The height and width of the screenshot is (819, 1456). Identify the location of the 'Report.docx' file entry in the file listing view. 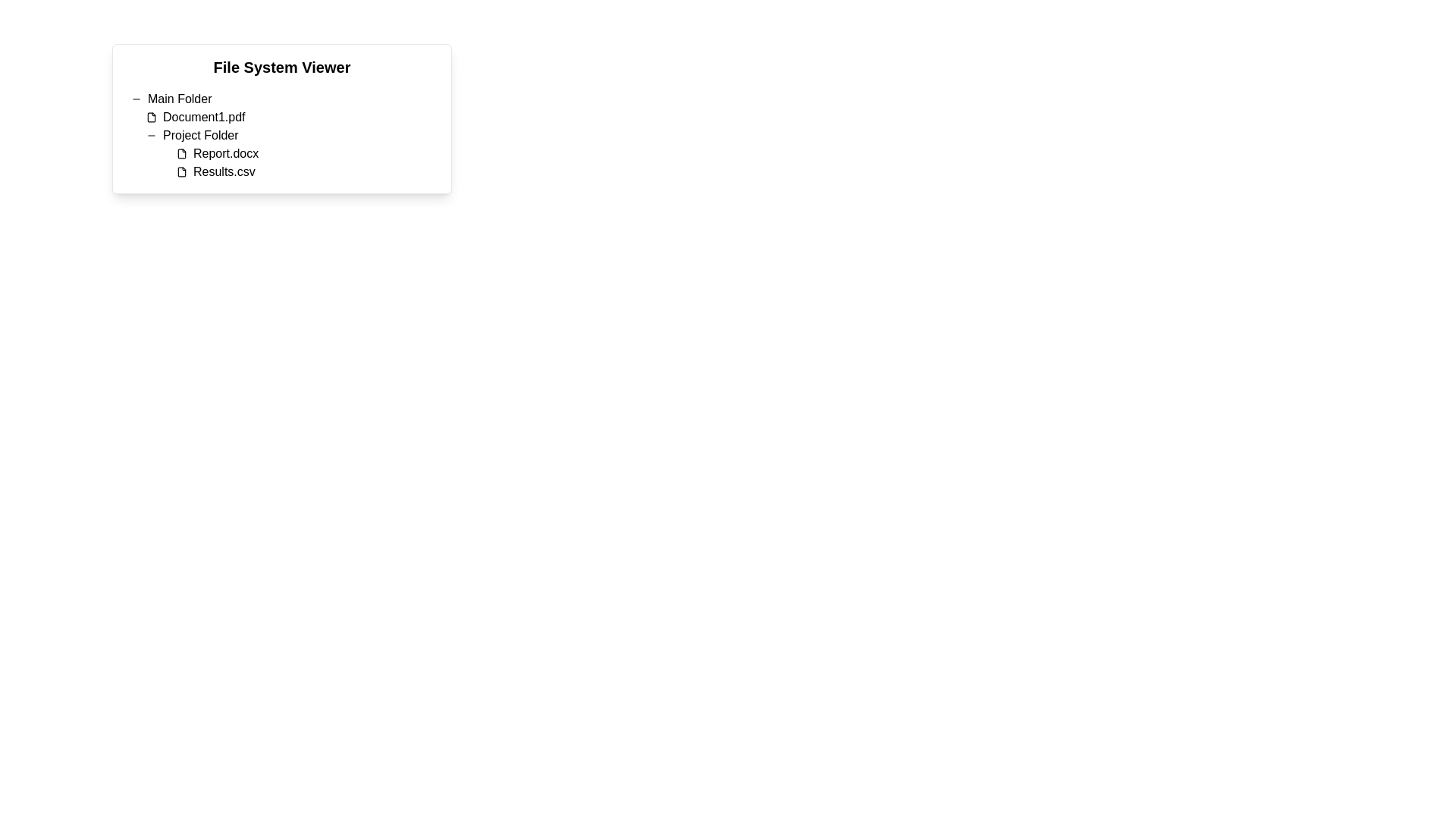
(304, 154).